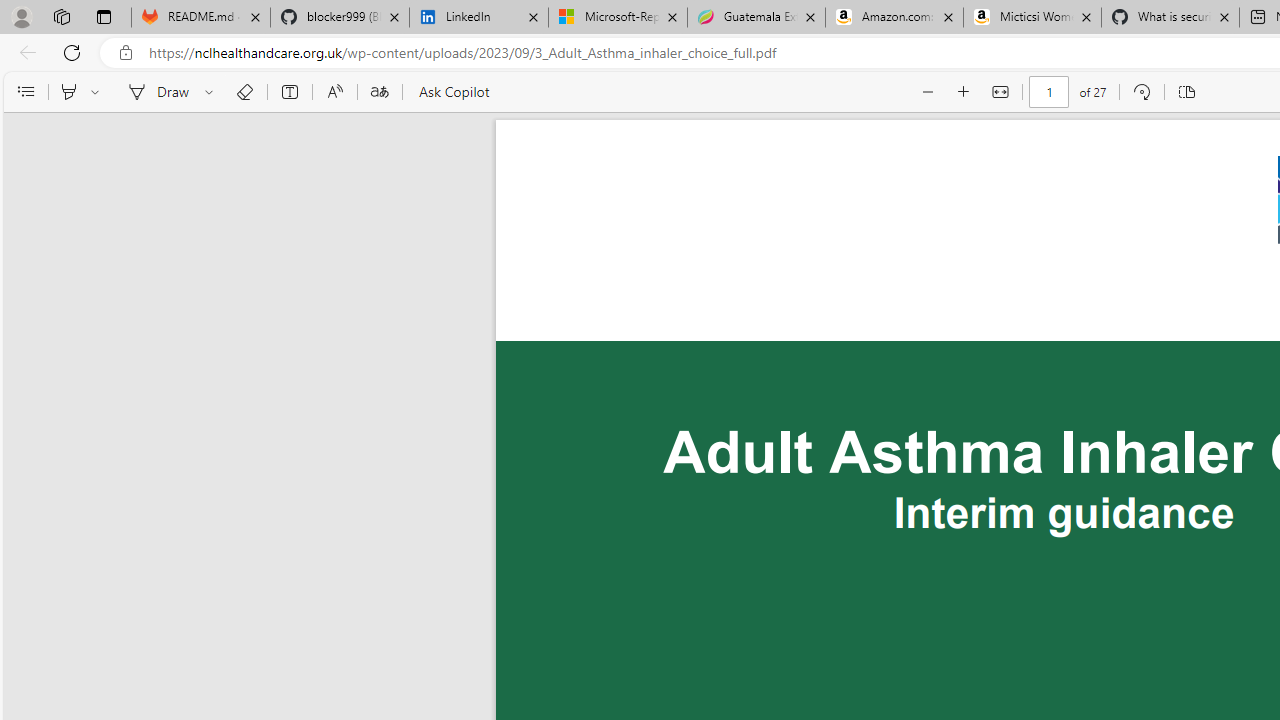 This screenshot has height=720, width=1280. Describe the element at coordinates (617, 17) in the screenshot. I see `'Microsoft-Report a Concern to Bing'` at that location.